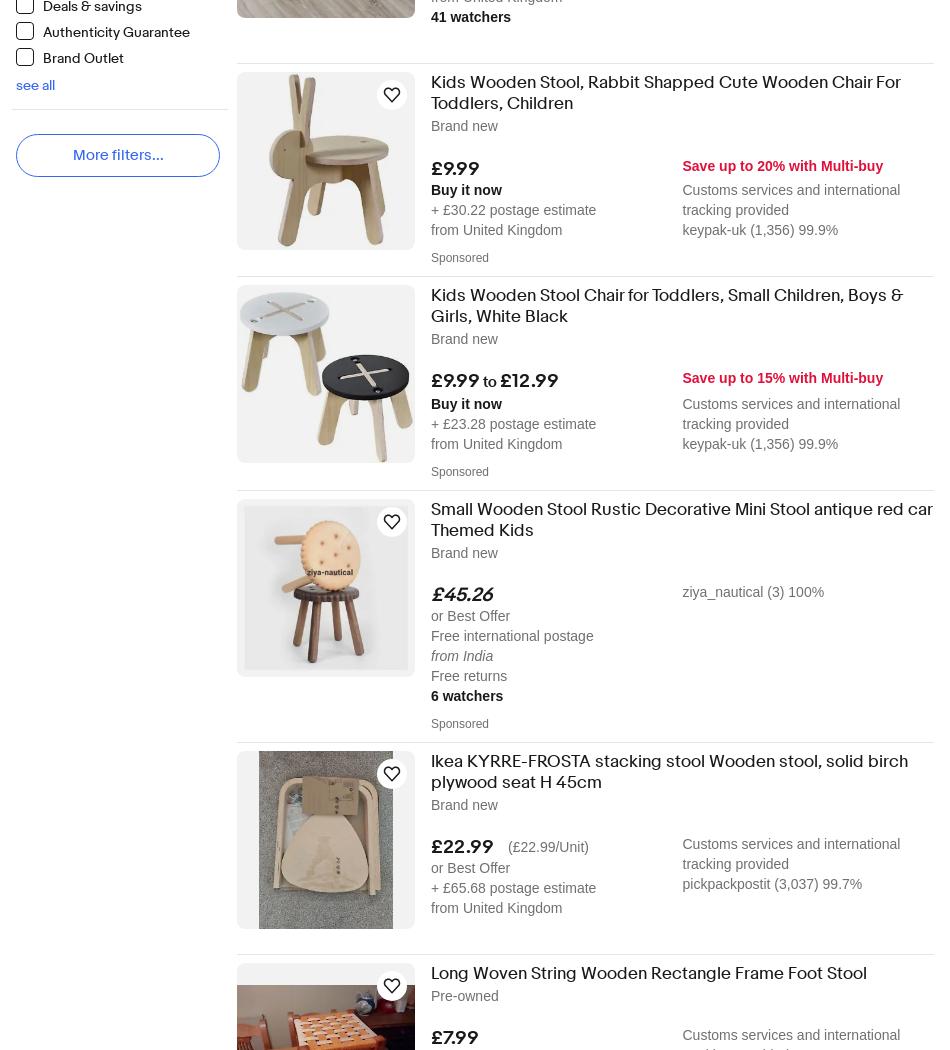 The image size is (950, 1050). What do you see at coordinates (466, 696) in the screenshot?
I see `'6 watchers'` at bounding box center [466, 696].